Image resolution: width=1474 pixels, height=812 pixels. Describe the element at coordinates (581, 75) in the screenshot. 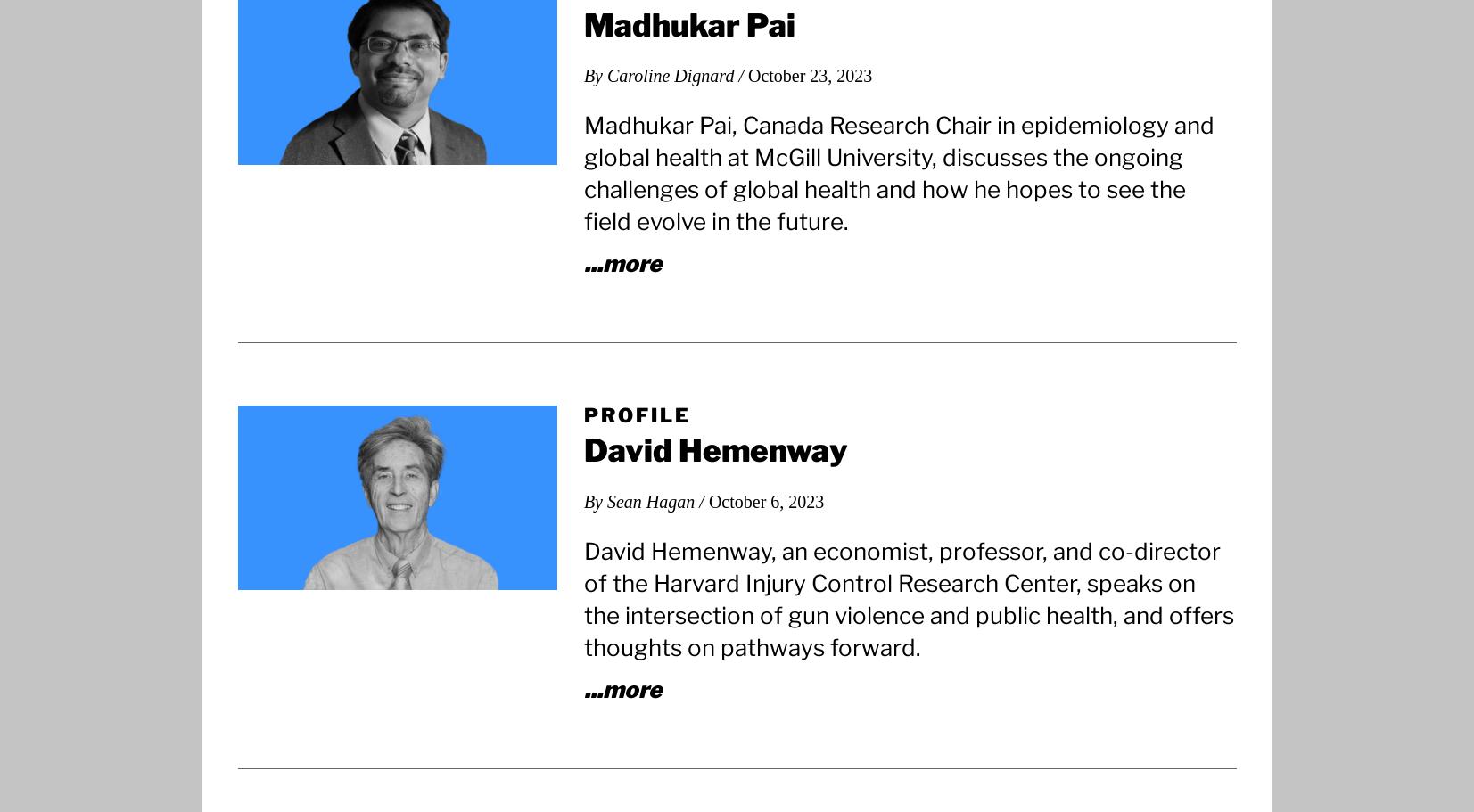

I see `'By Caroline Dignard /'` at that location.